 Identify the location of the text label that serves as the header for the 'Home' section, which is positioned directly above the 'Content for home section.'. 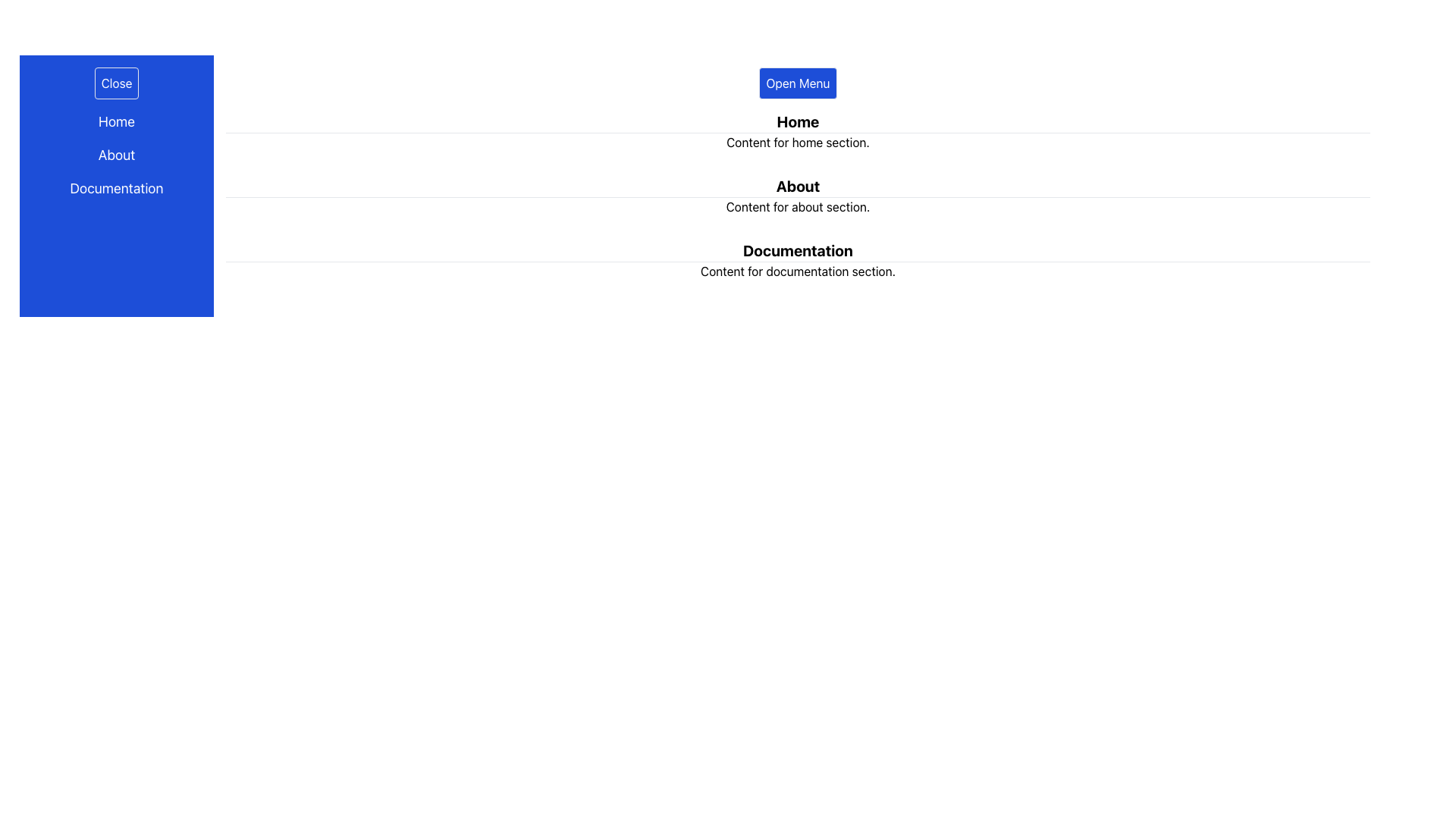
(797, 121).